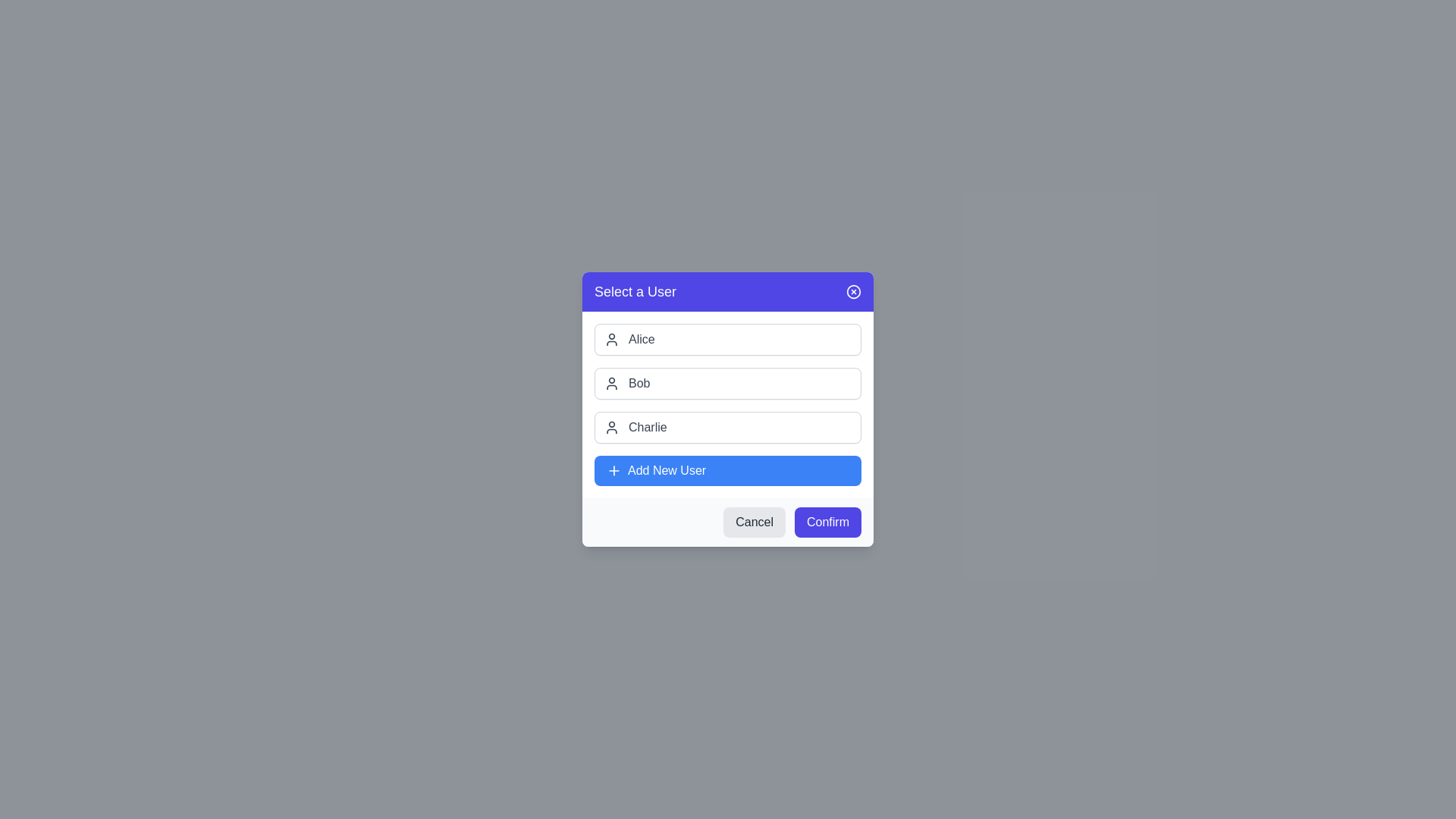 The width and height of the screenshot is (1456, 819). Describe the element at coordinates (755, 522) in the screenshot. I see `the 'Cancel' button located at the bottom-right corner of the modal dialog box` at that location.